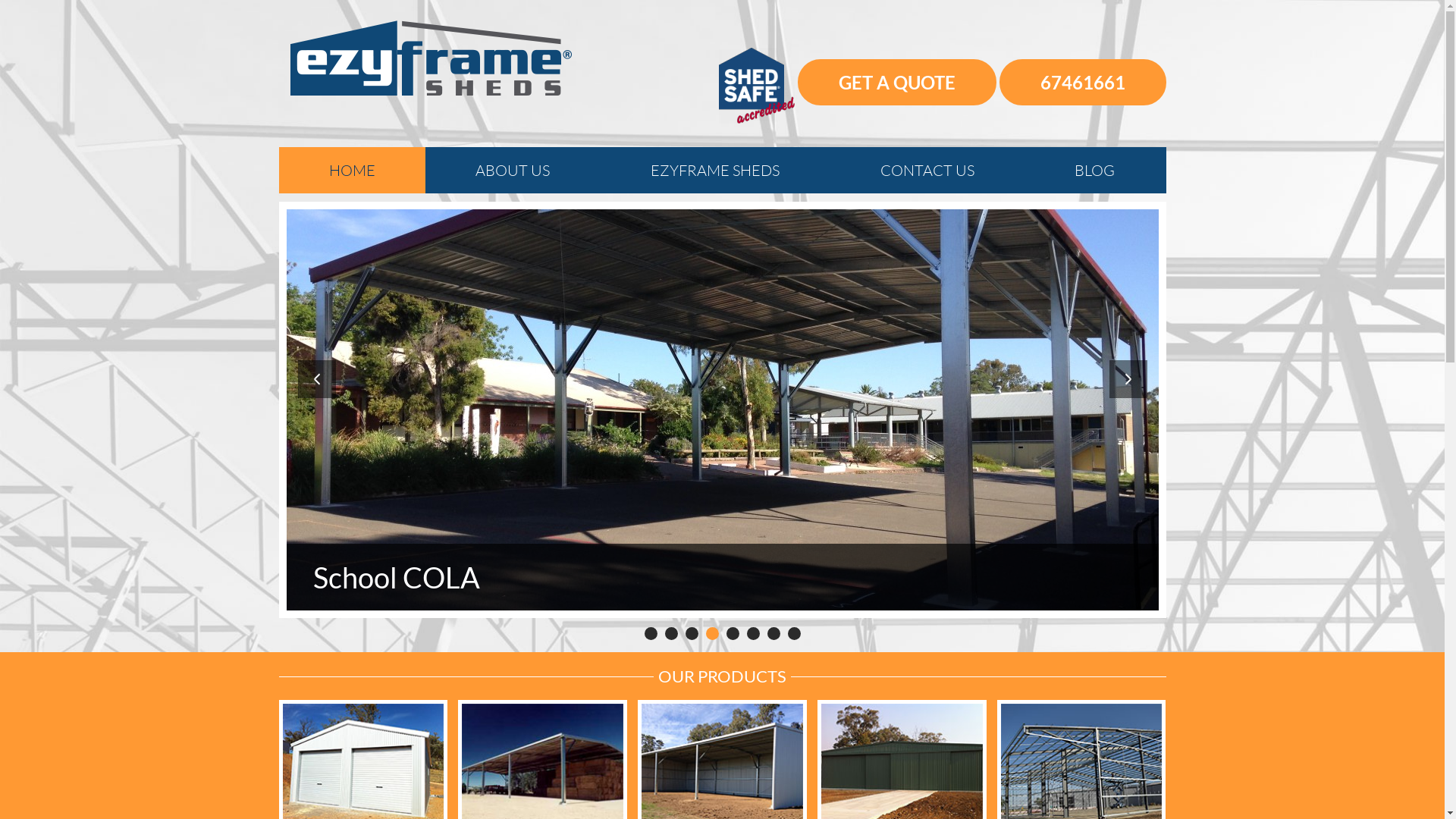  I want to click on '67461661', so click(1081, 82).